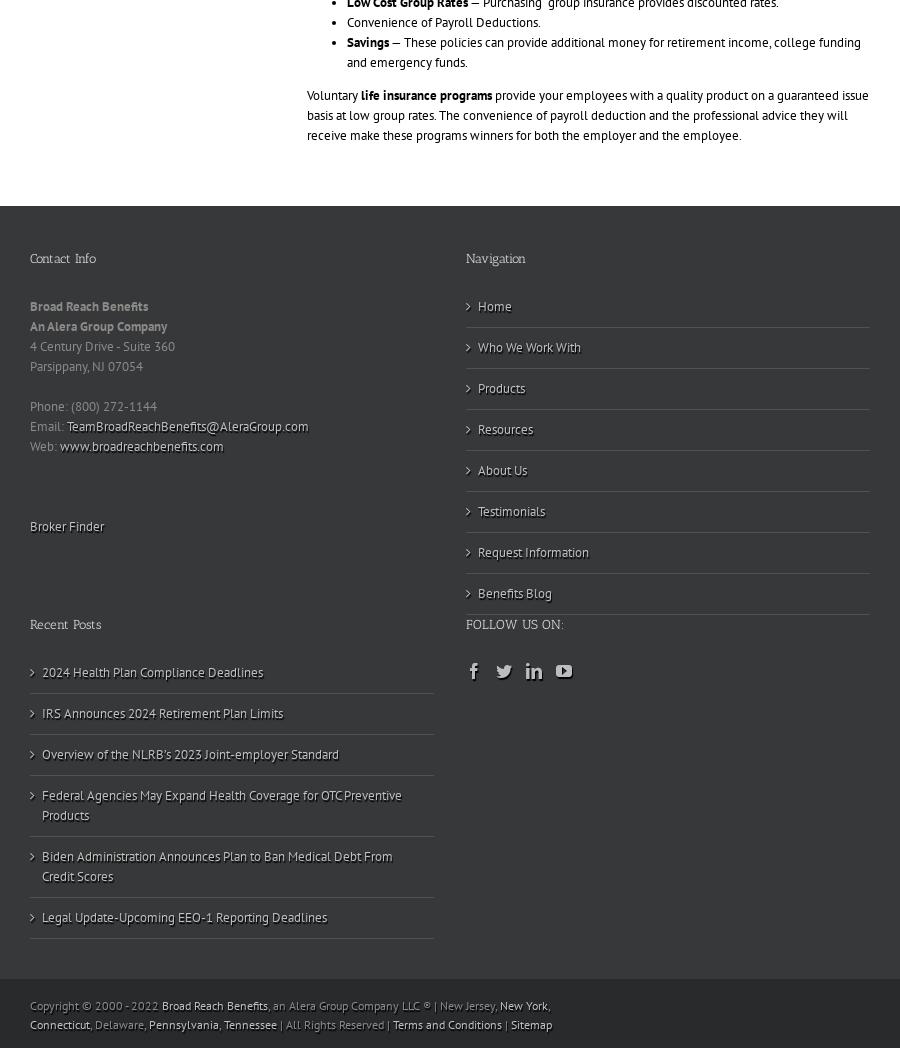  What do you see at coordinates (528, 347) in the screenshot?
I see `'Who We Work With'` at bounding box center [528, 347].